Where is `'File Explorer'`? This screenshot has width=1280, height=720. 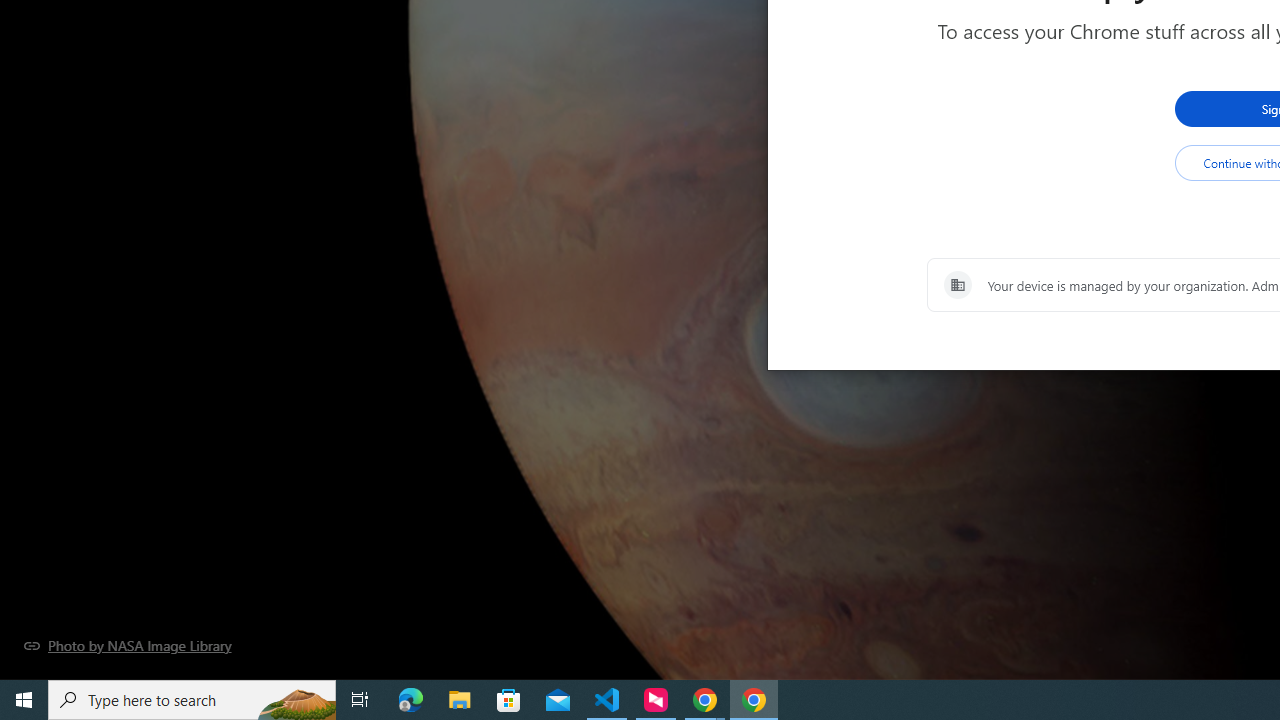 'File Explorer' is located at coordinates (459, 698).